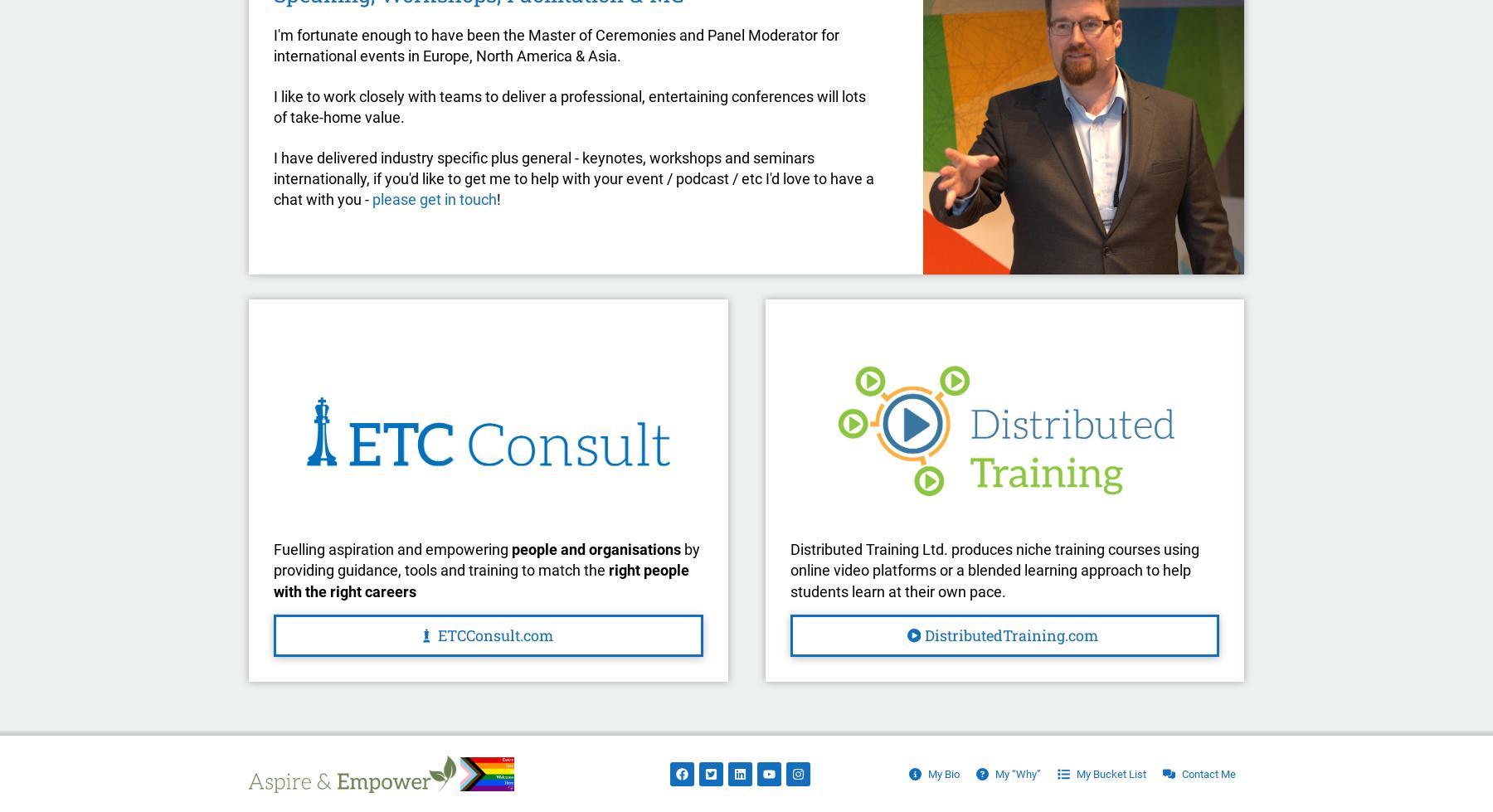  What do you see at coordinates (498, 198) in the screenshot?
I see `'!'` at bounding box center [498, 198].